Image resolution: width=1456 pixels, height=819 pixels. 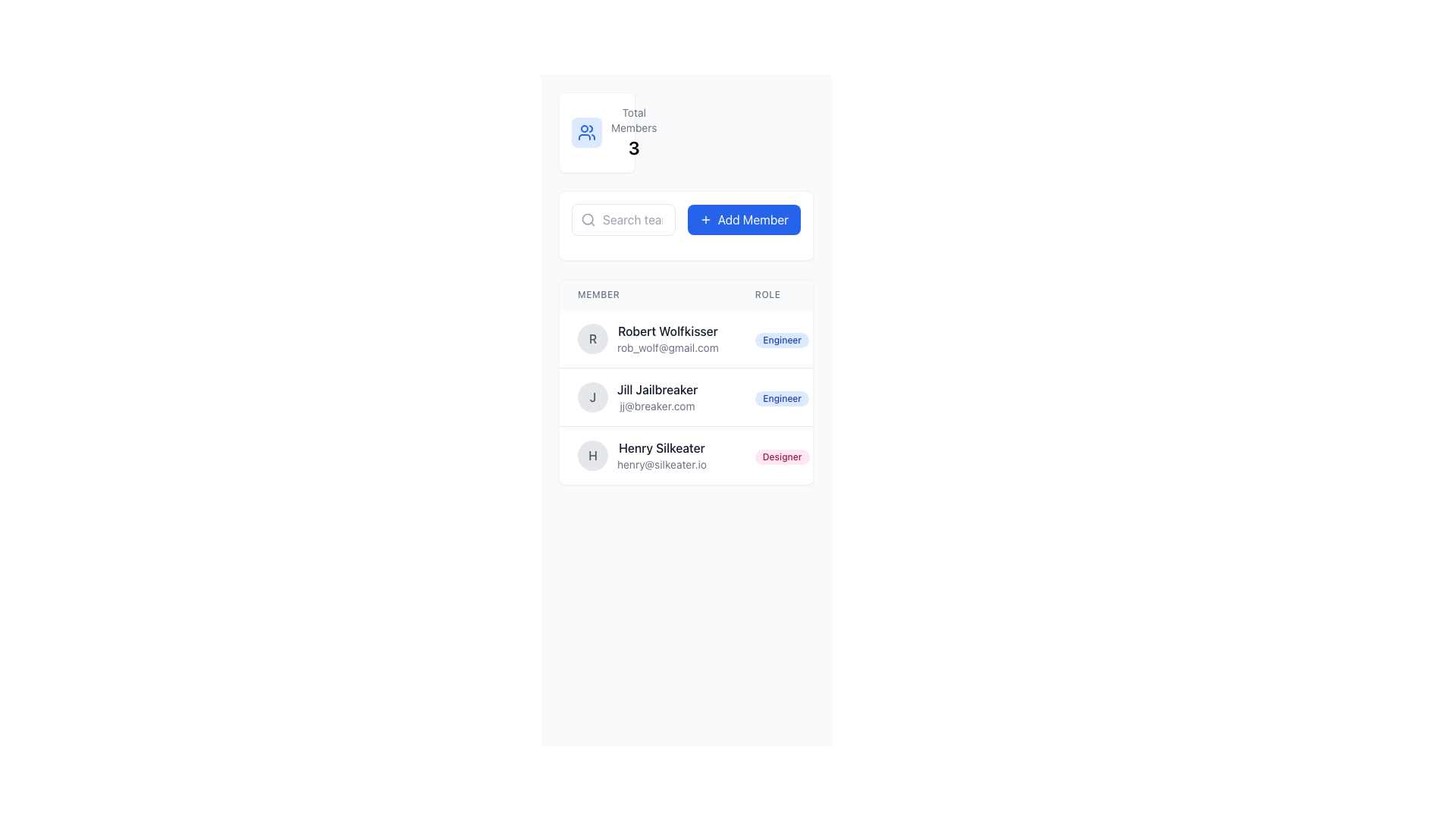 I want to click on the second user display card in the members list, which displays user information and is located below 'Robert Wolfkisser', so click(x=648, y=397).